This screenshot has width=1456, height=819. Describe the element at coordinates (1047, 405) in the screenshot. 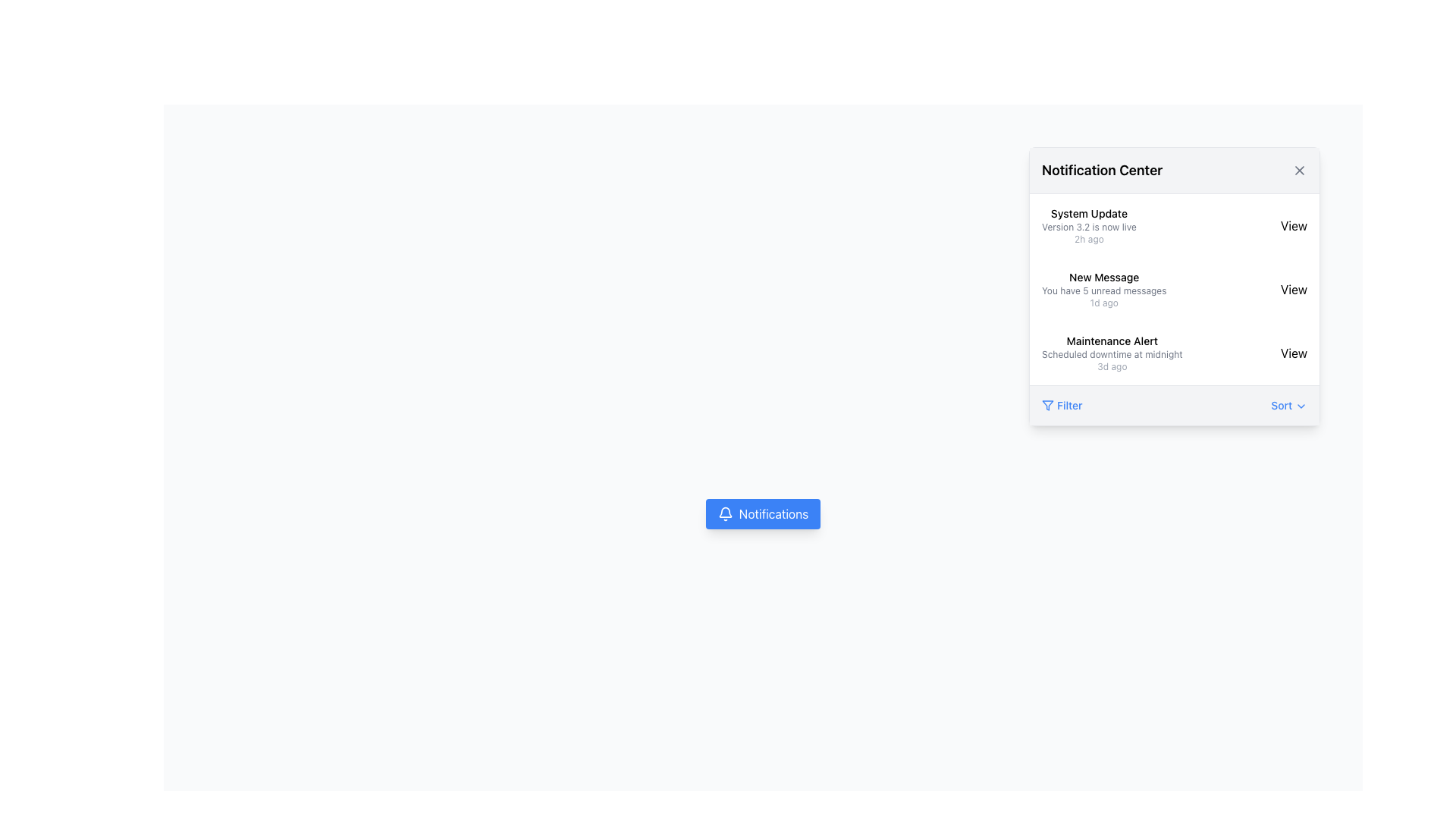

I see `the filter icon, which is a classic funnel symbol with a blue outline, located at the bottom left corner of the notification panel next to the 'Filter' text` at that location.